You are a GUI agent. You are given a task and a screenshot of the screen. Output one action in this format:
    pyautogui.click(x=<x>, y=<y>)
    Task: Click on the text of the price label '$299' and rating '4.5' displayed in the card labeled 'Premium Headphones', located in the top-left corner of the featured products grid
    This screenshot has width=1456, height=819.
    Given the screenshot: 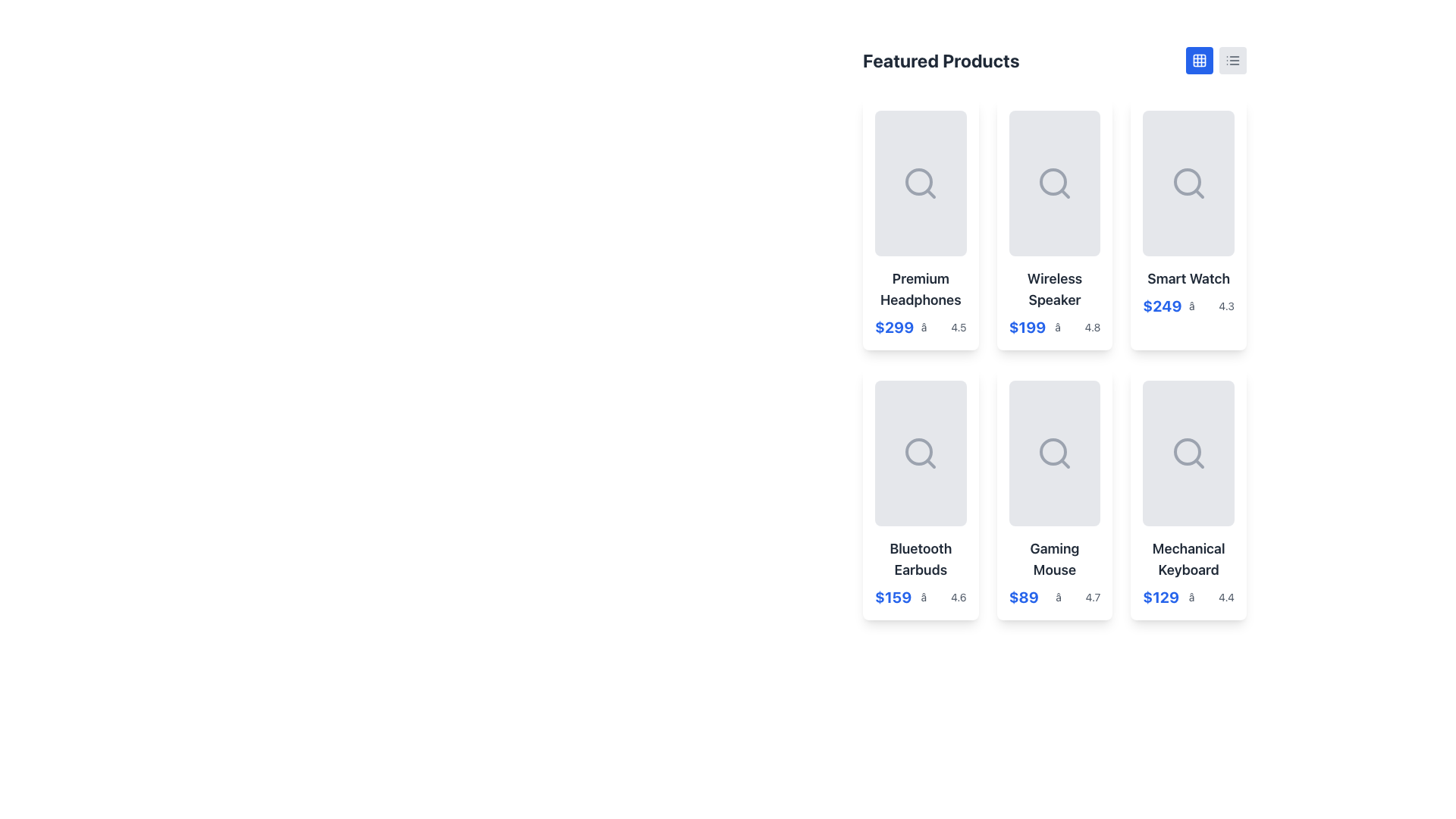 What is the action you would take?
    pyautogui.click(x=920, y=327)
    